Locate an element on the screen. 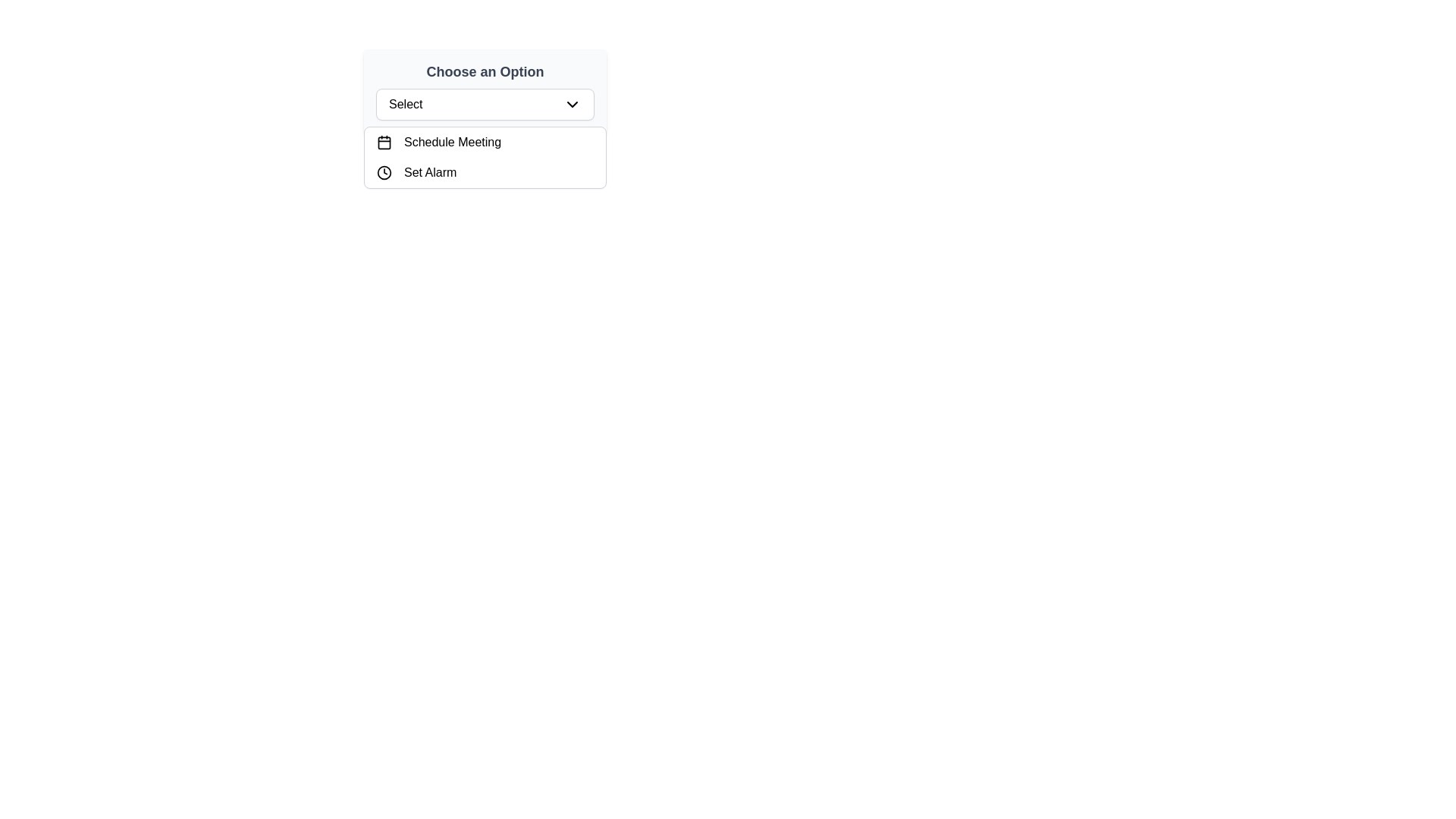 This screenshot has height=819, width=1456. the circular outline of the clock icon in the dropdown menu under the 'Set Alarm' option is located at coordinates (384, 171).